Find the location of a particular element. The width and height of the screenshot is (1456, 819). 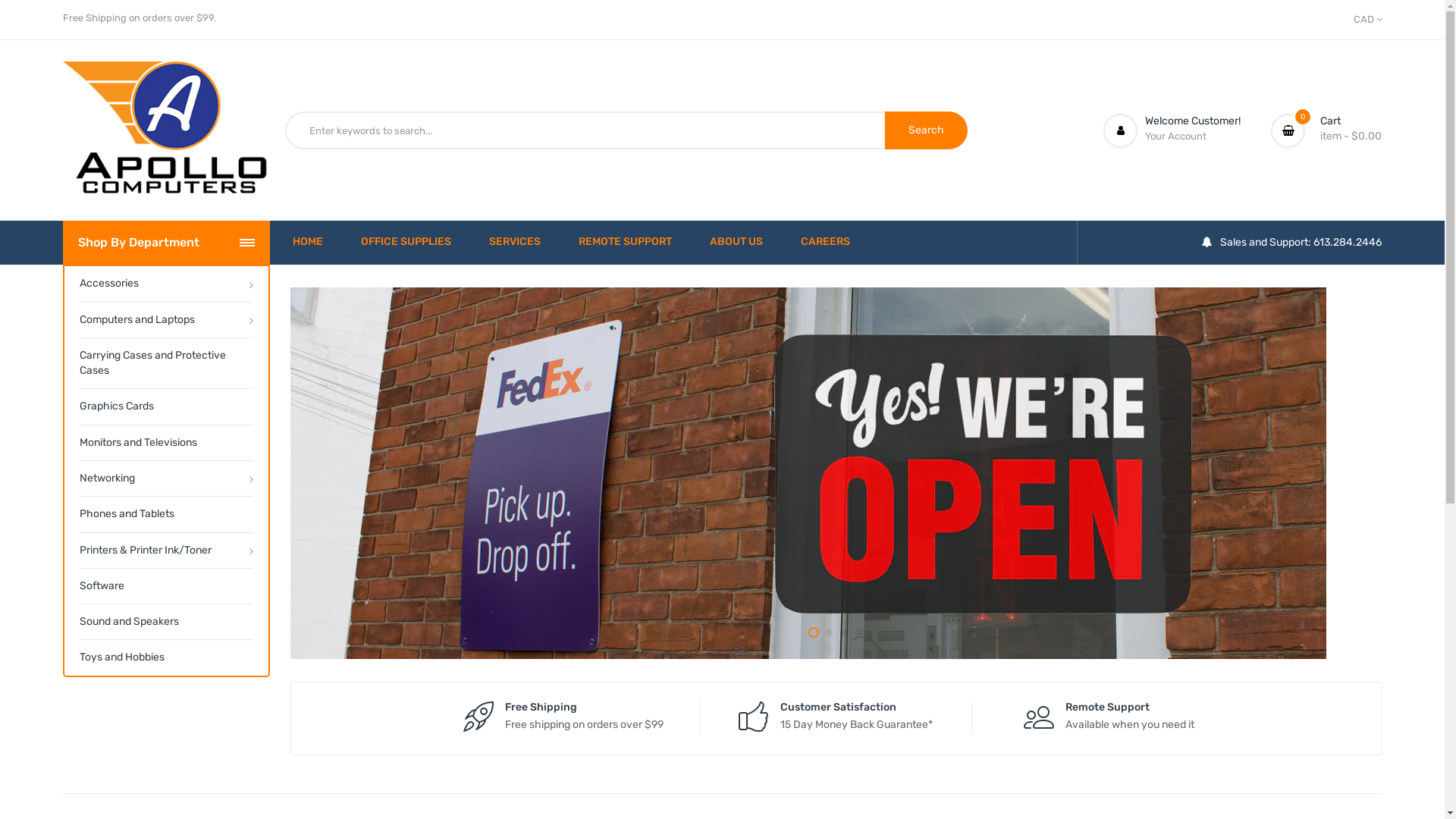

'Graphics Cards' is located at coordinates (165, 405).